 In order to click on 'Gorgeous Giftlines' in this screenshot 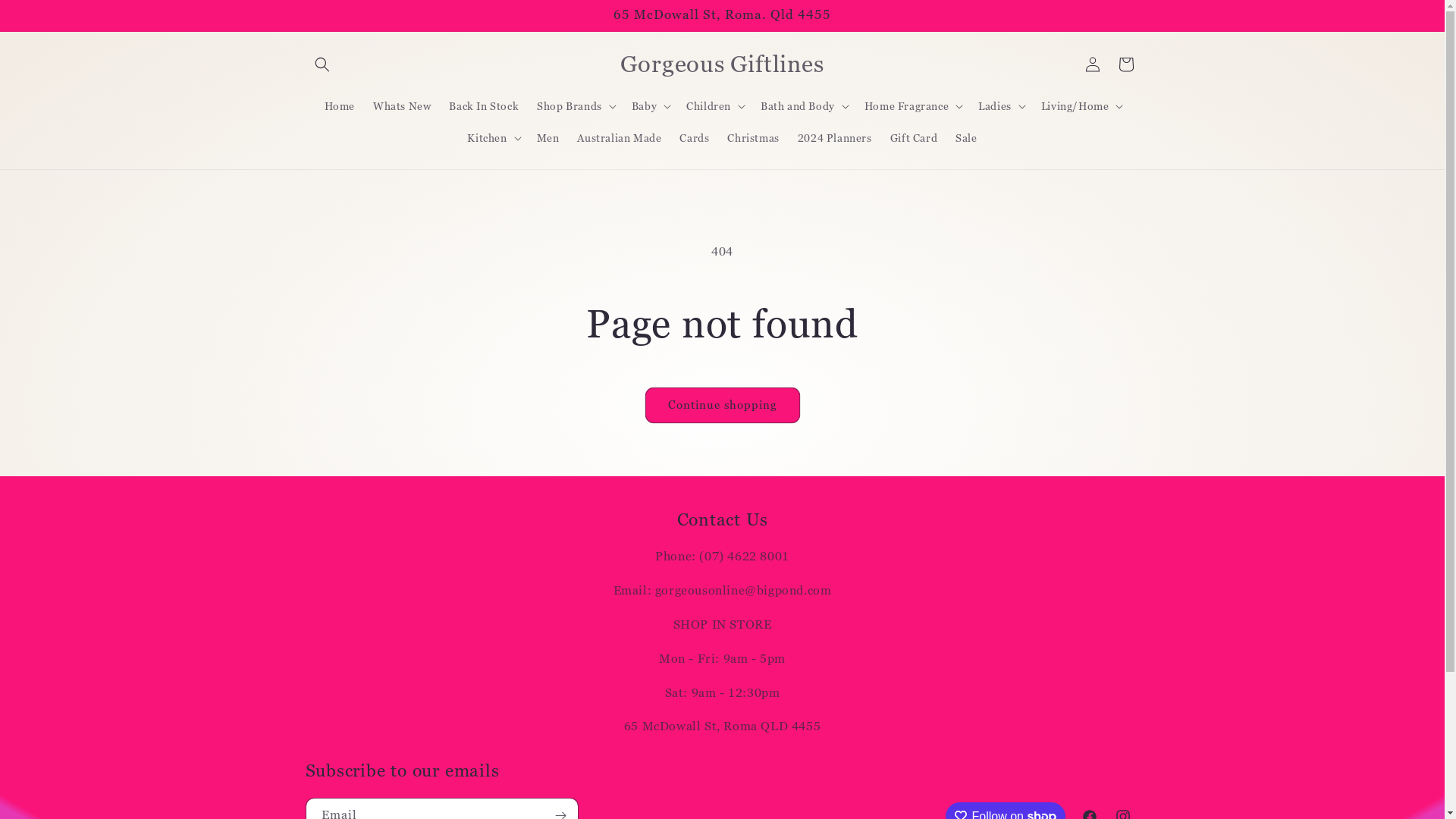, I will do `click(615, 63)`.